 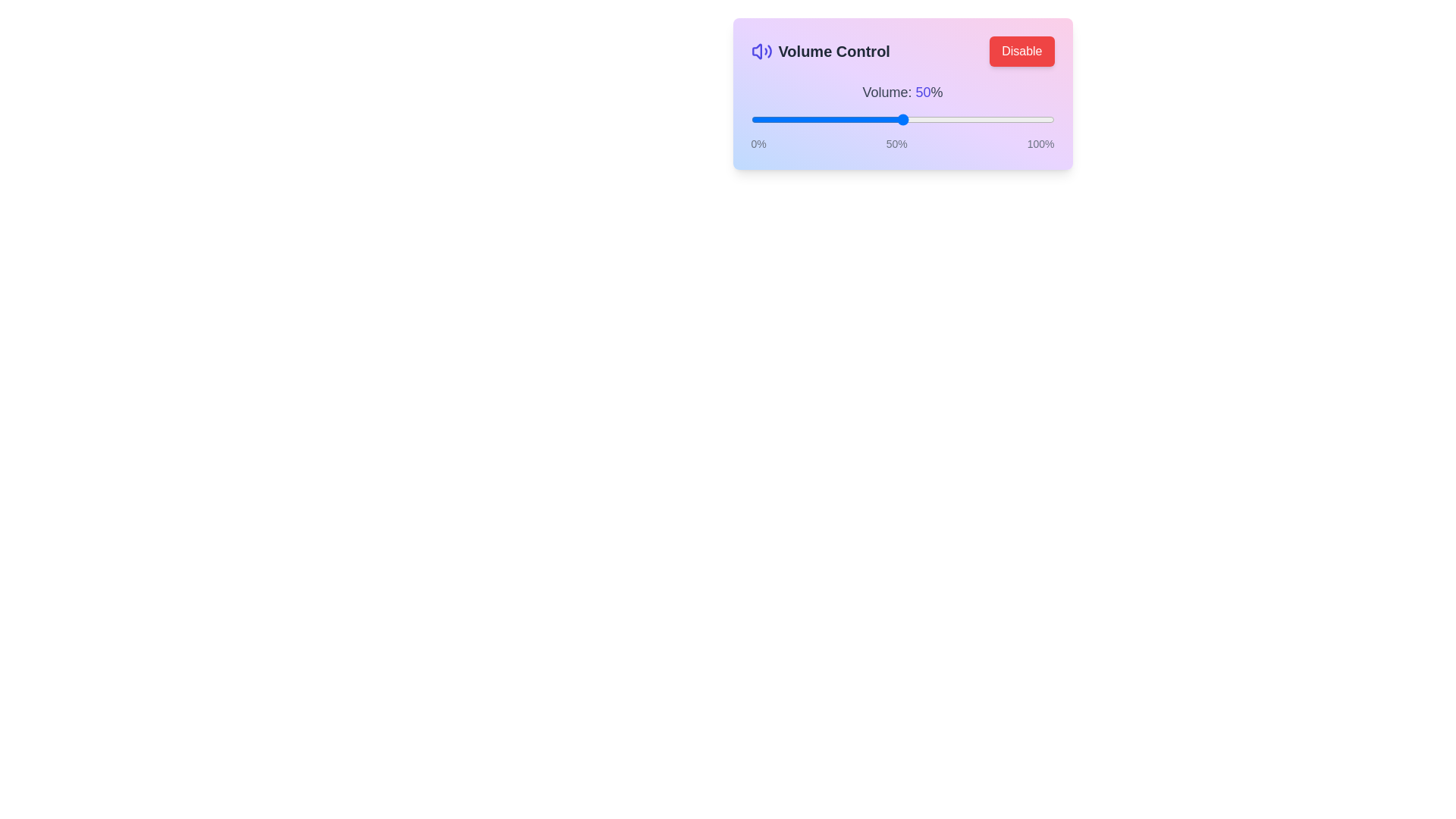 I want to click on the volume, so click(x=866, y=119).